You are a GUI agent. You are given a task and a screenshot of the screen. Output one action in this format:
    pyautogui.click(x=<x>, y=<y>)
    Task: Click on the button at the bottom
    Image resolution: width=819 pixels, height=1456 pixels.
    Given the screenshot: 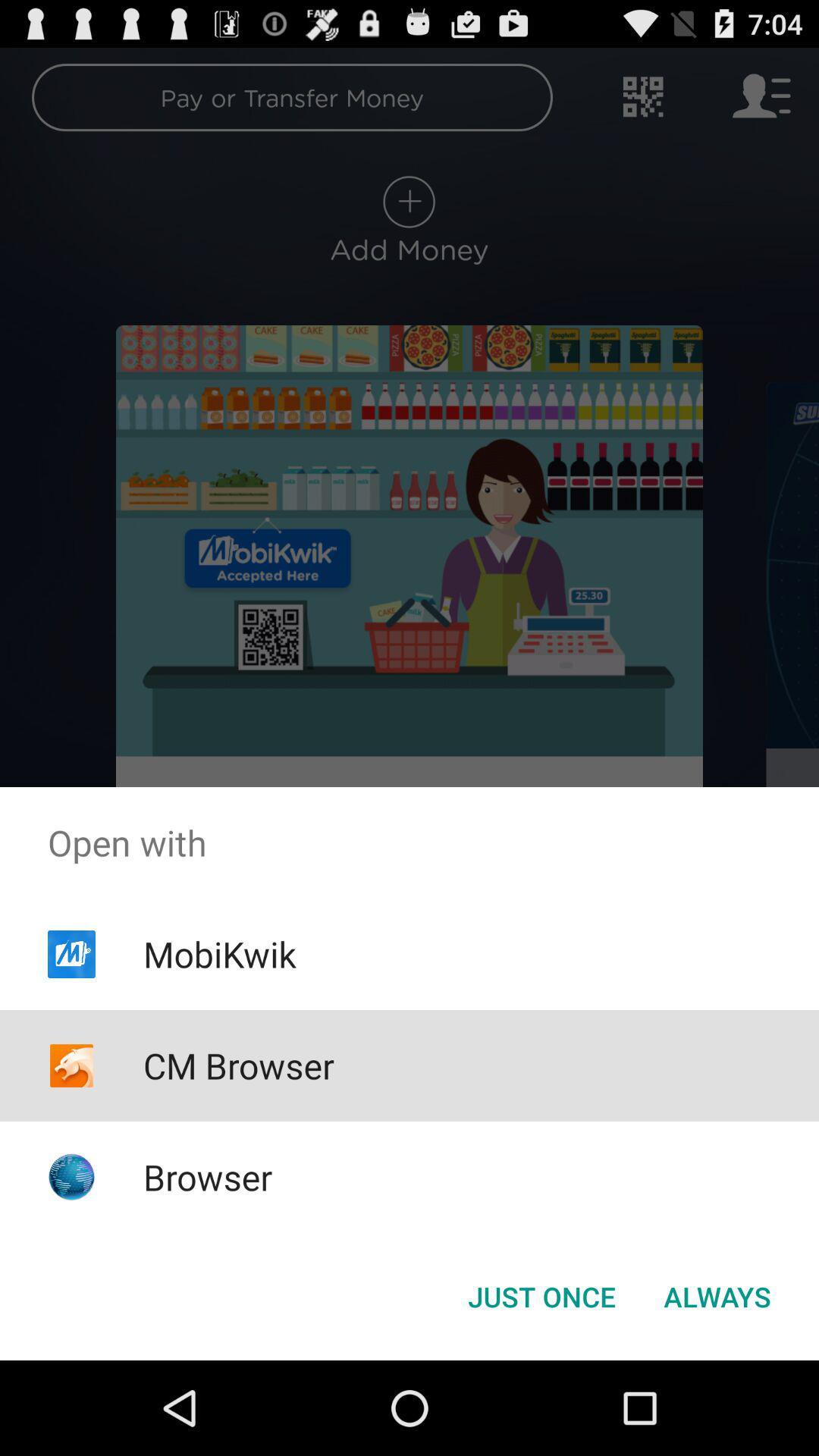 What is the action you would take?
    pyautogui.click(x=541, y=1295)
    